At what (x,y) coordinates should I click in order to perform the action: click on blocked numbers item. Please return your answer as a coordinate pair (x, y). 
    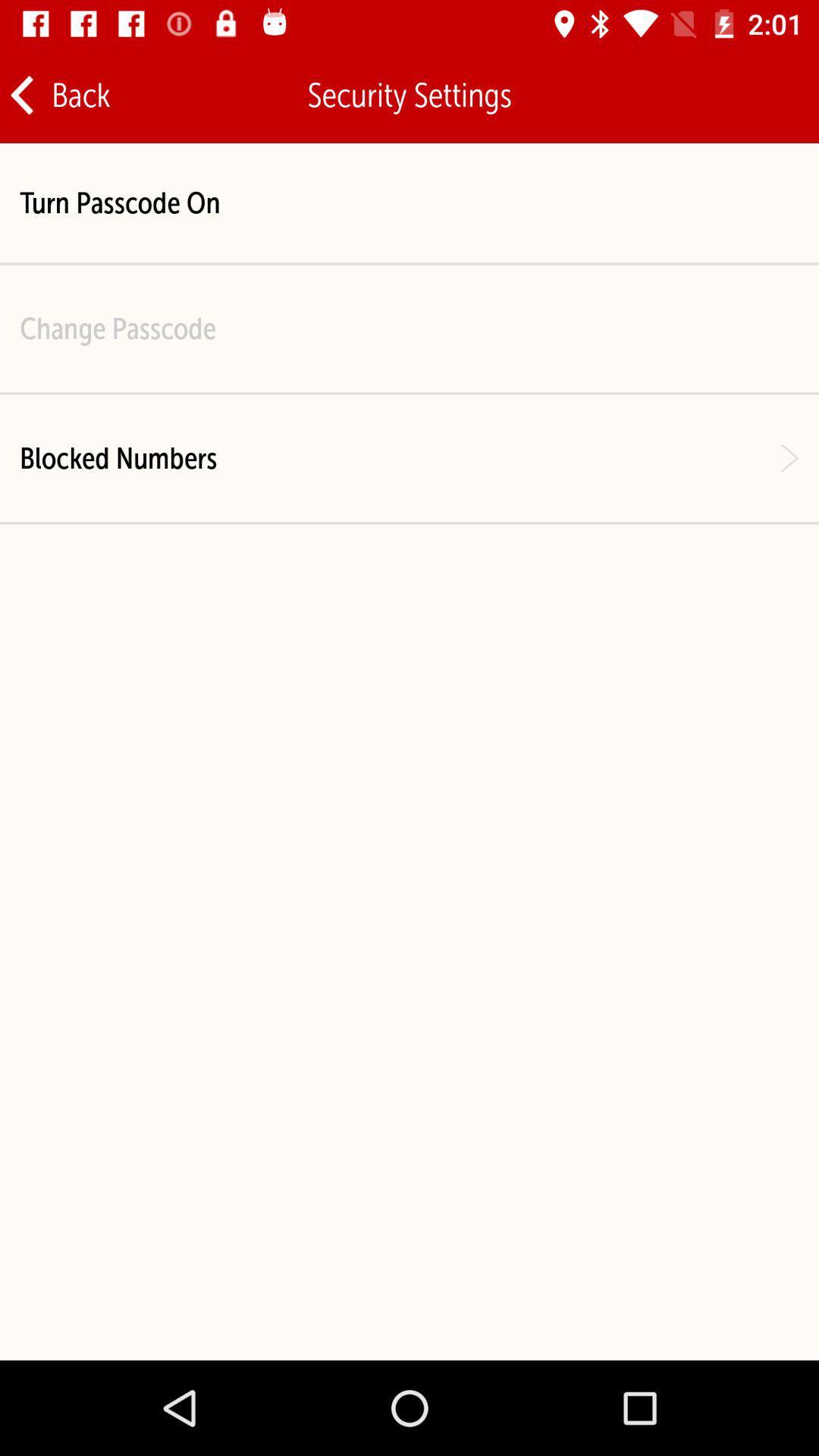
    Looking at the image, I should click on (118, 457).